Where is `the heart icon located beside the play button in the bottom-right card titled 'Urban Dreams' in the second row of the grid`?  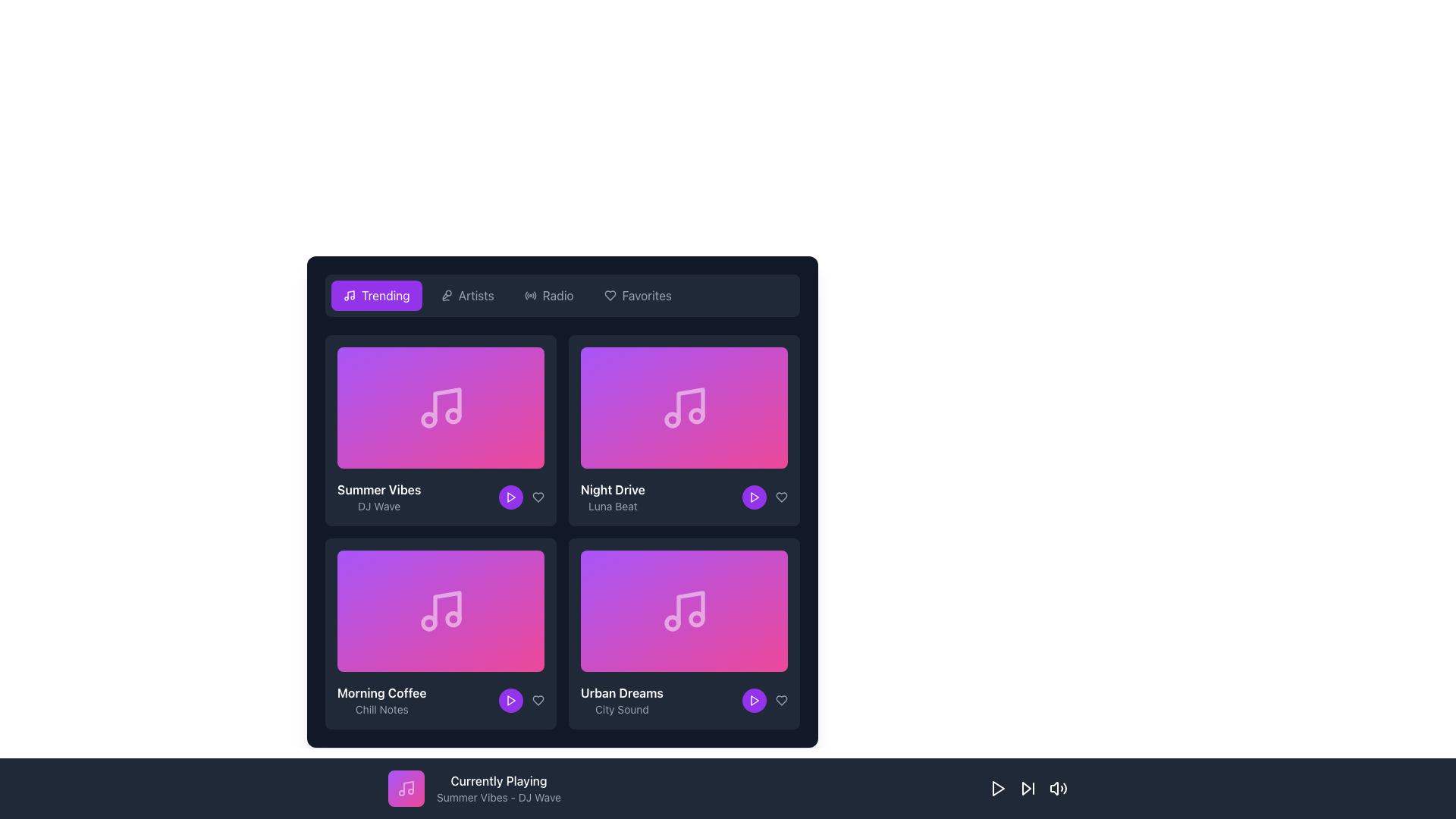 the heart icon located beside the play button in the bottom-right card titled 'Urban Dreams' in the second row of the grid is located at coordinates (782, 701).